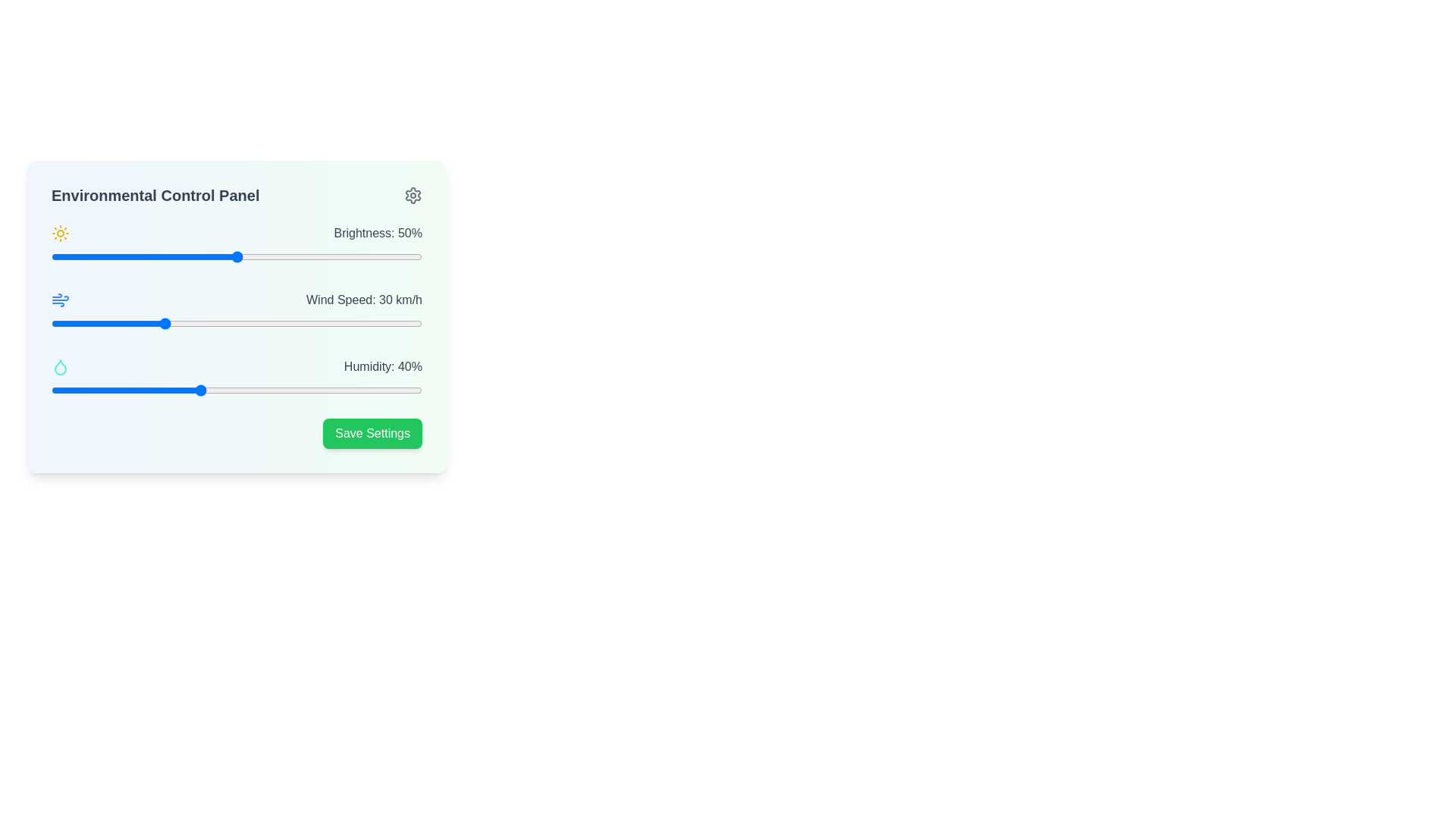 The height and width of the screenshot is (819, 1456). I want to click on brightness, so click(266, 256).